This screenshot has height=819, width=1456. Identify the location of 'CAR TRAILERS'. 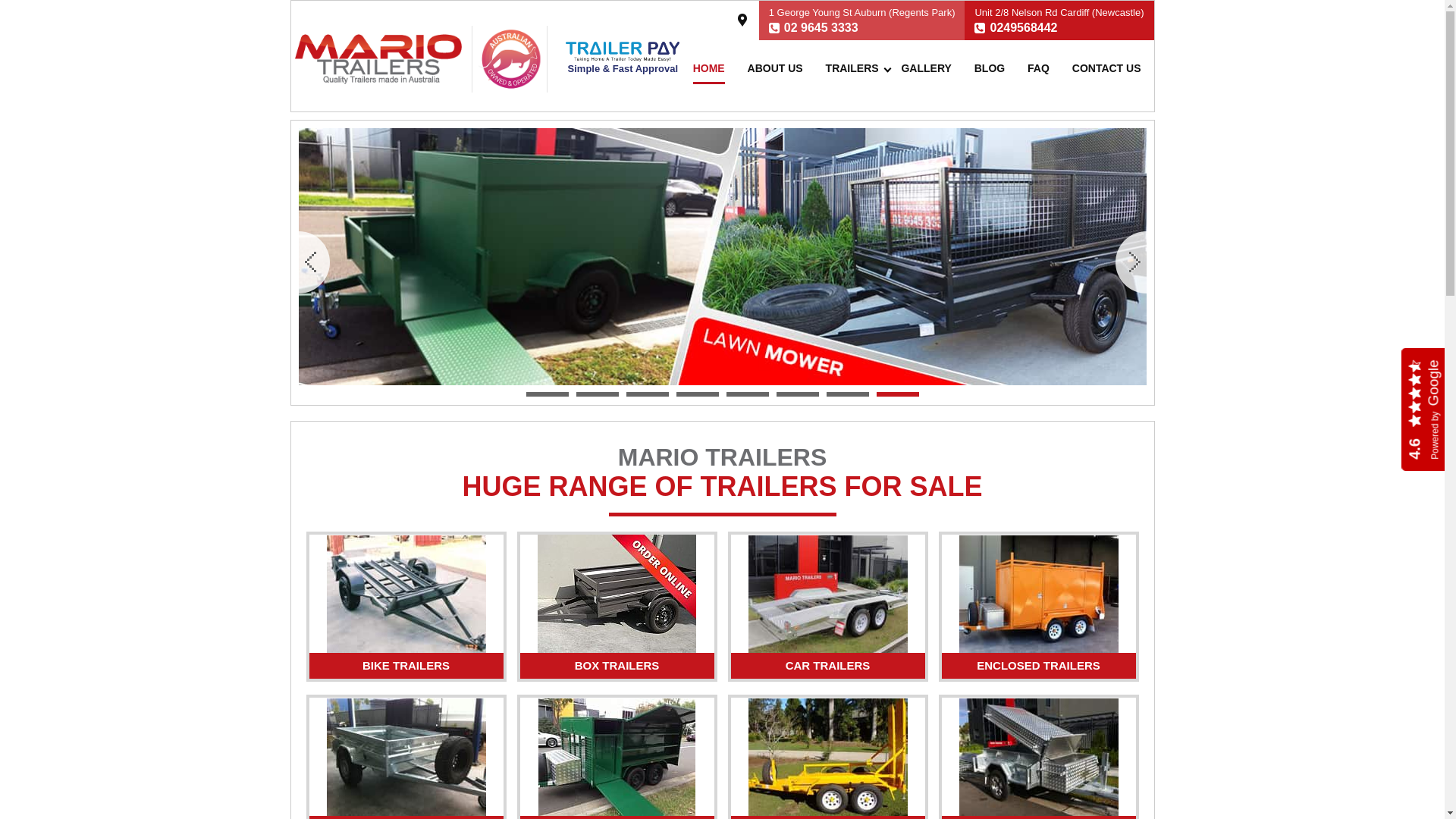
(827, 666).